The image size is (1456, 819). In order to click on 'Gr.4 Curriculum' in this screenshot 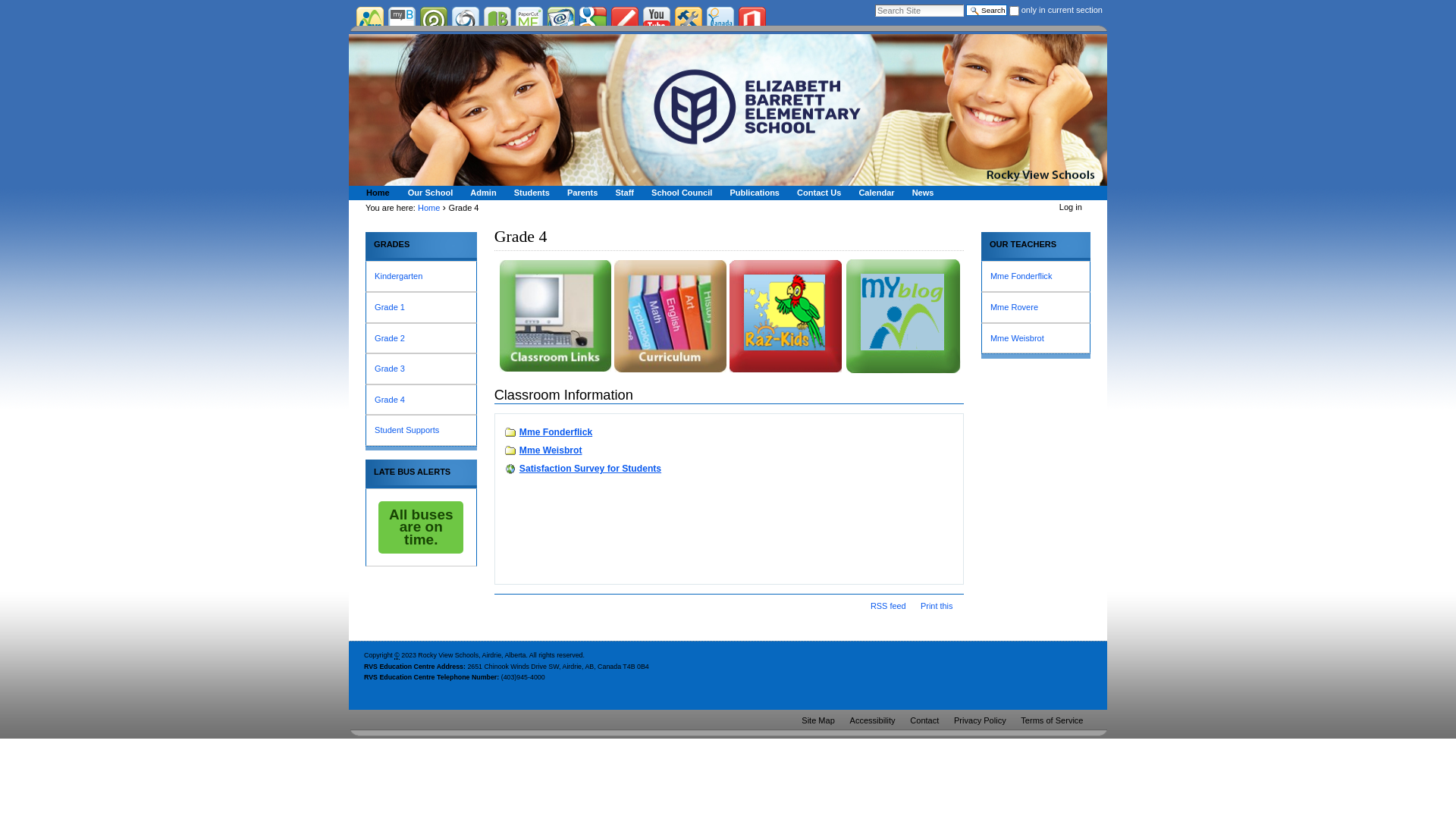, I will do `click(669, 315)`.